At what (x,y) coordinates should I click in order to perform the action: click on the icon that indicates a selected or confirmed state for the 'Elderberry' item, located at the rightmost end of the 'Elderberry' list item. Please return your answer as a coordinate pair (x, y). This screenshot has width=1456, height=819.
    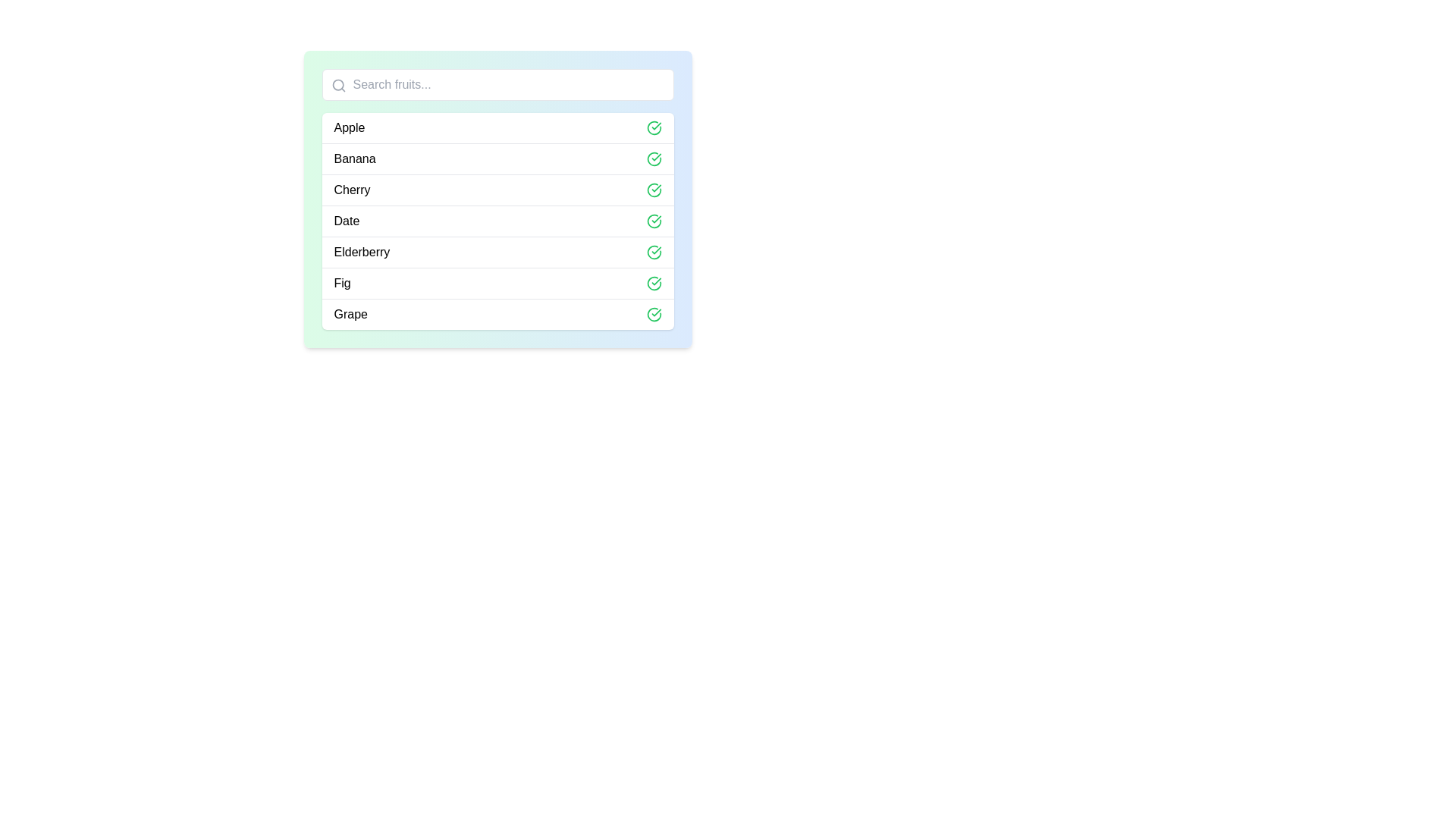
    Looking at the image, I should click on (654, 251).